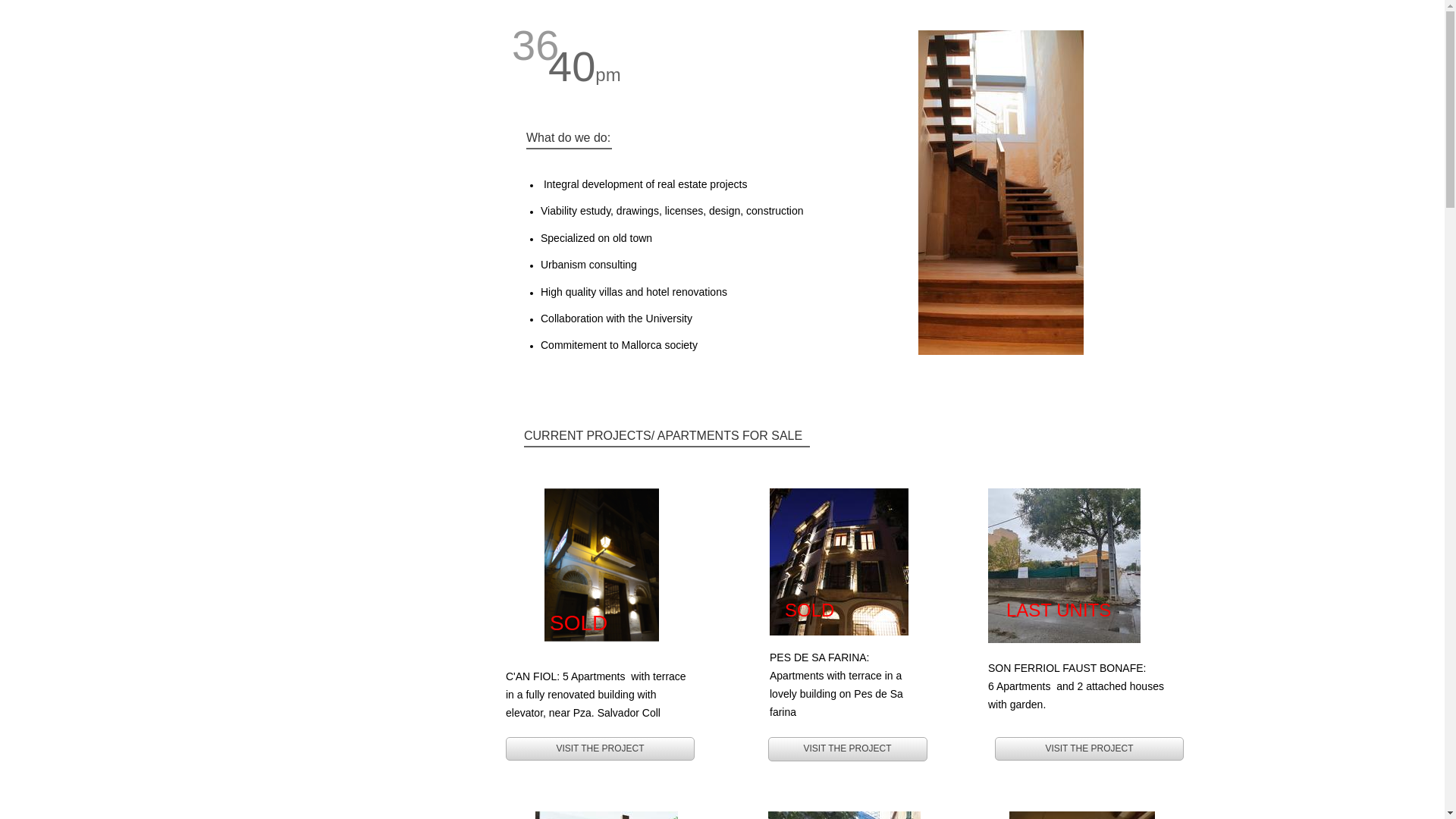 The height and width of the screenshot is (819, 1456). Describe the element at coordinates (846, 748) in the screenshot. I see `'VISIT THE PROJECT'` at that location.